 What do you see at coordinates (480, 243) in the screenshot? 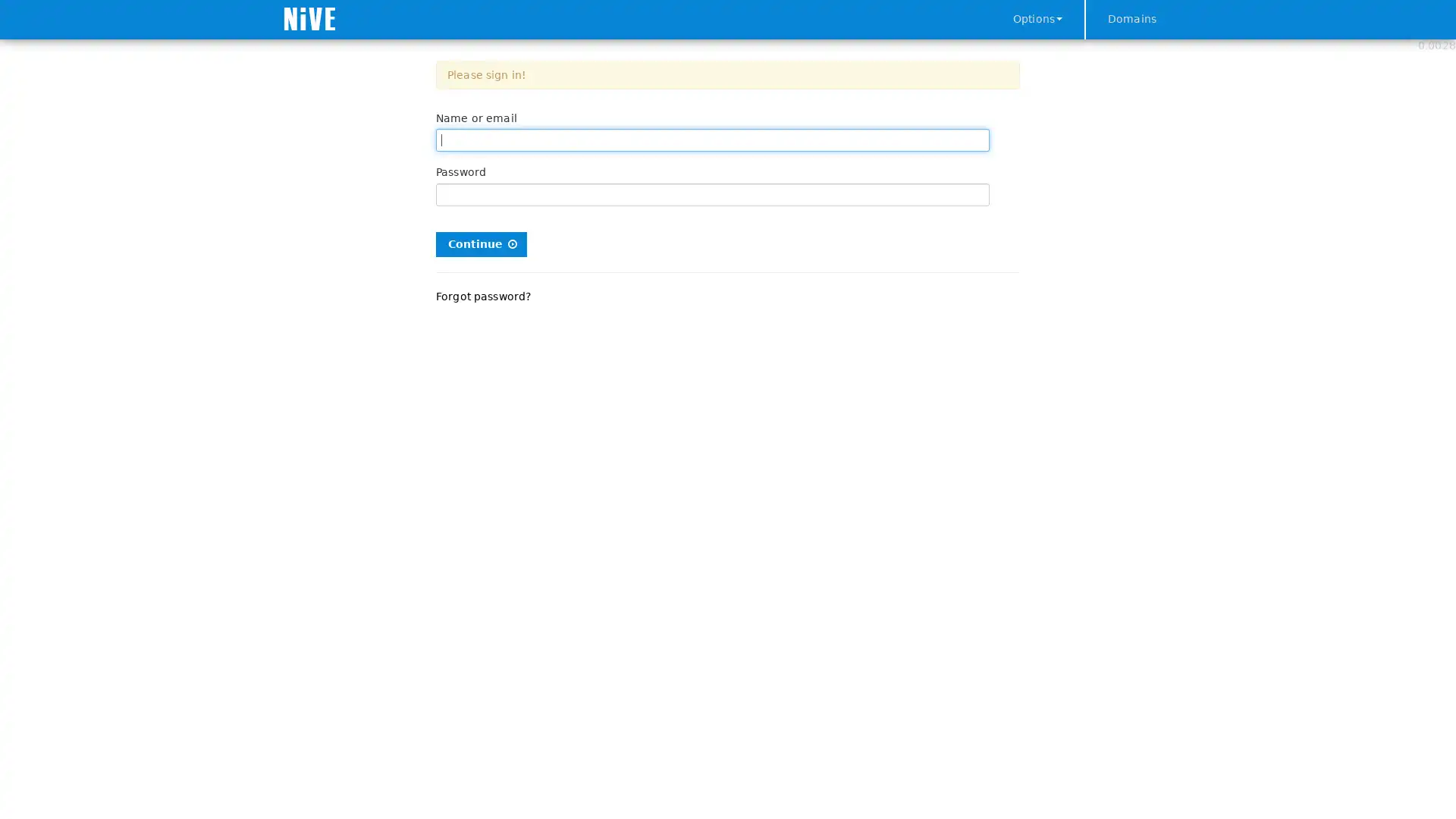
I see `Continue` at bounding box center [480, 243].